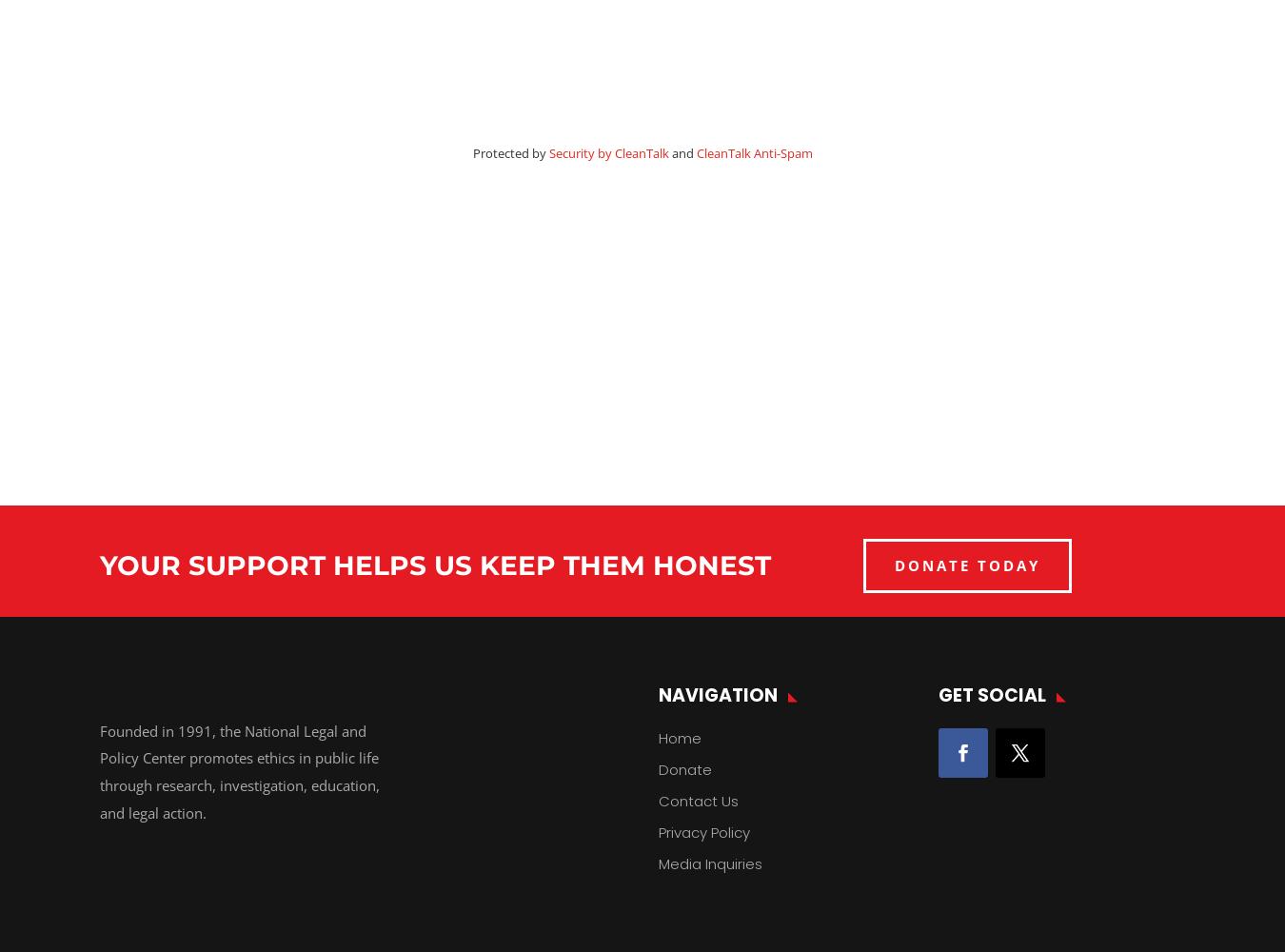 The width and height of the screenshot is (1285, 952). What do you see at coordinates (508, 153) in the screenshot?
I see `'Protected by'` at bounding box center [508, 153].